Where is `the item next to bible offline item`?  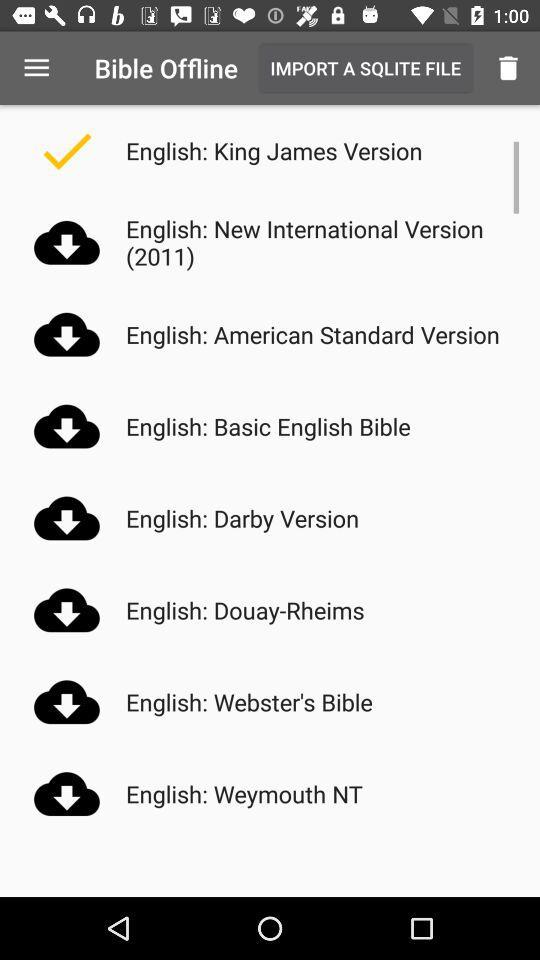
the item next to bible offline item is located at coordinates (36, 68).